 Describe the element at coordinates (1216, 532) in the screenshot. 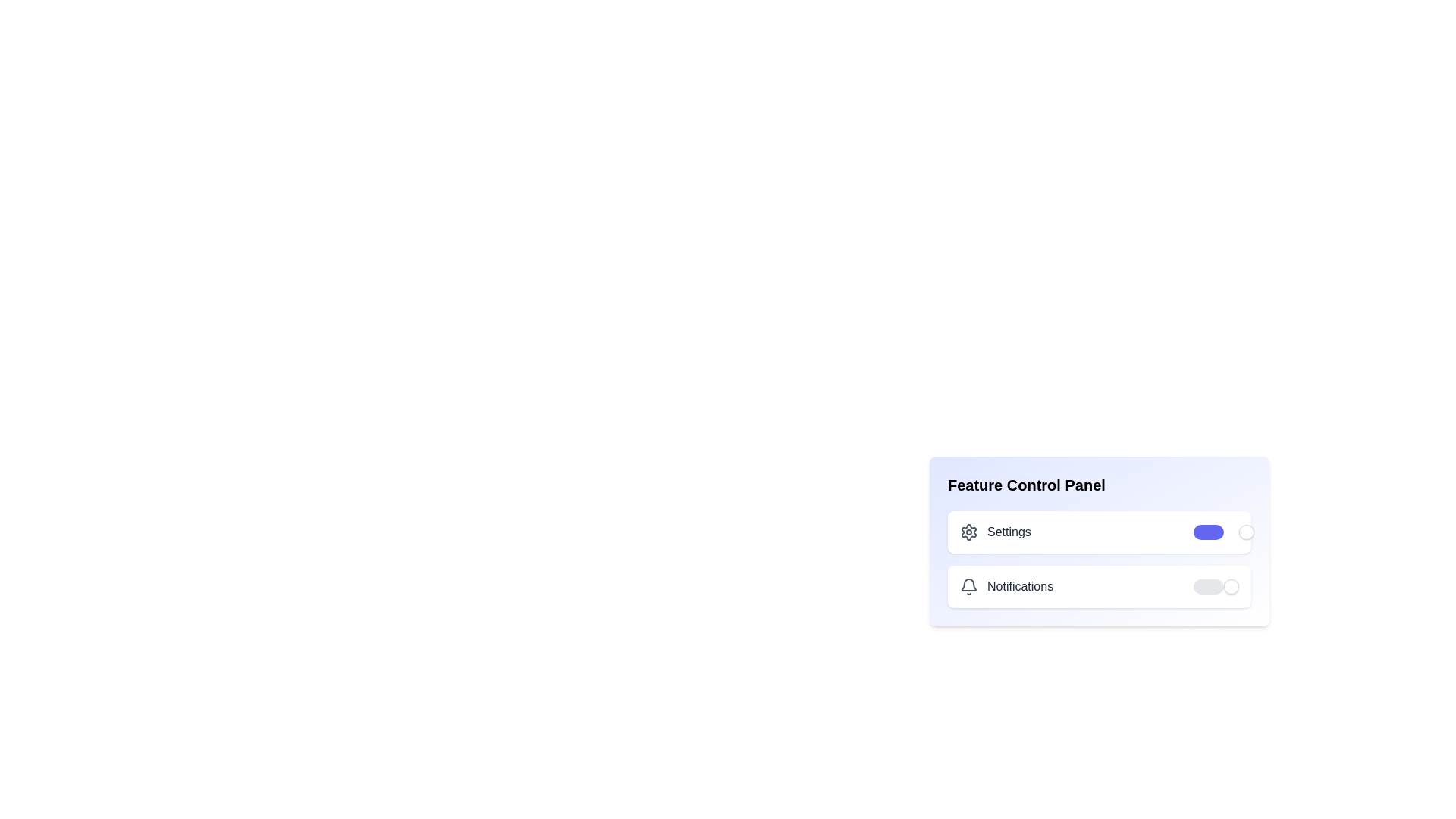

I see `the 'Settings' switch toggle to change its state` at that location.